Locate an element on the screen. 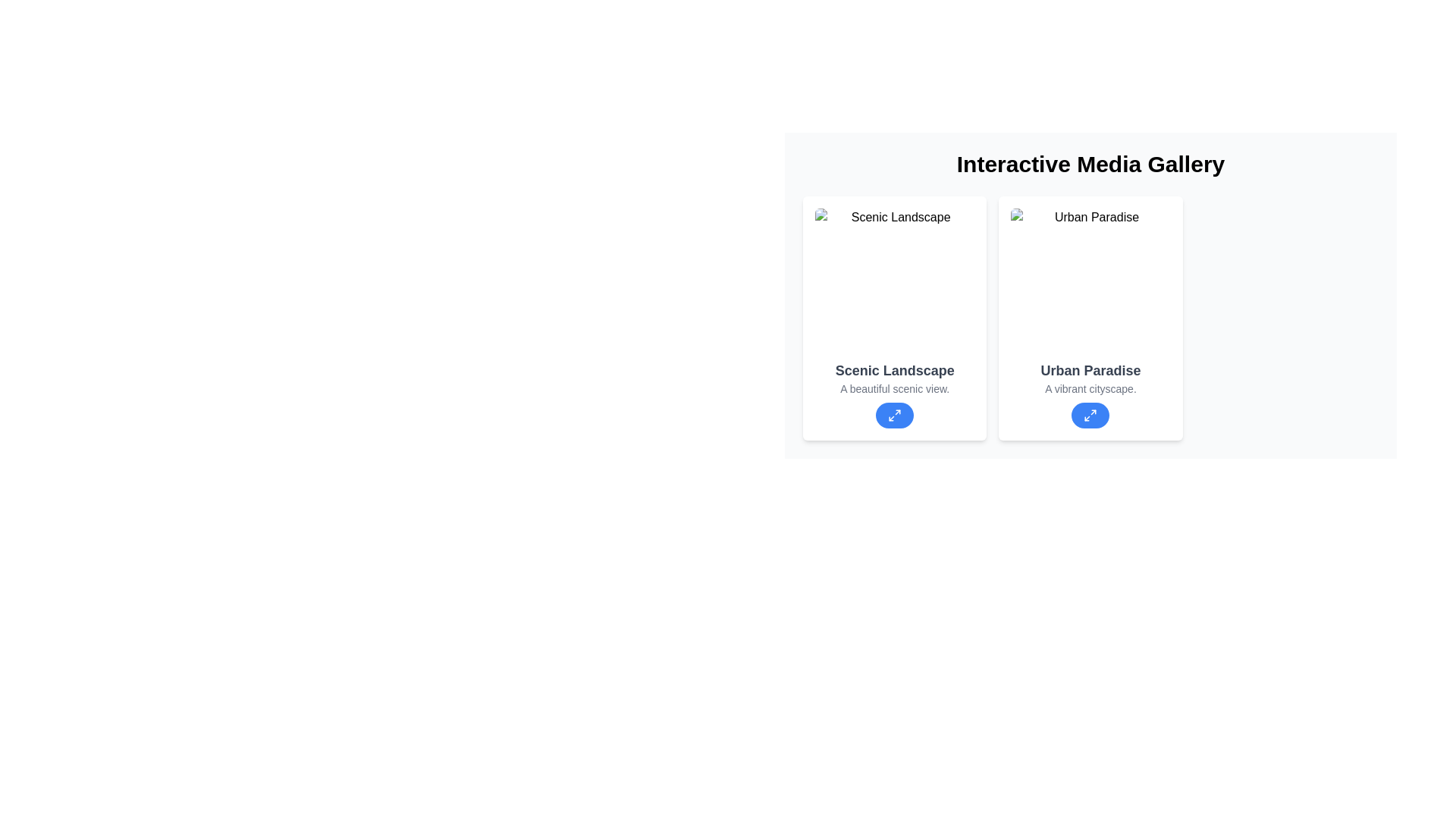  the text label displaying 'A beautiful scenic view.' located within the 'Scenic Landscape' card, positioned below the bold title and above the interactive button is located at coordinates (895, 388).